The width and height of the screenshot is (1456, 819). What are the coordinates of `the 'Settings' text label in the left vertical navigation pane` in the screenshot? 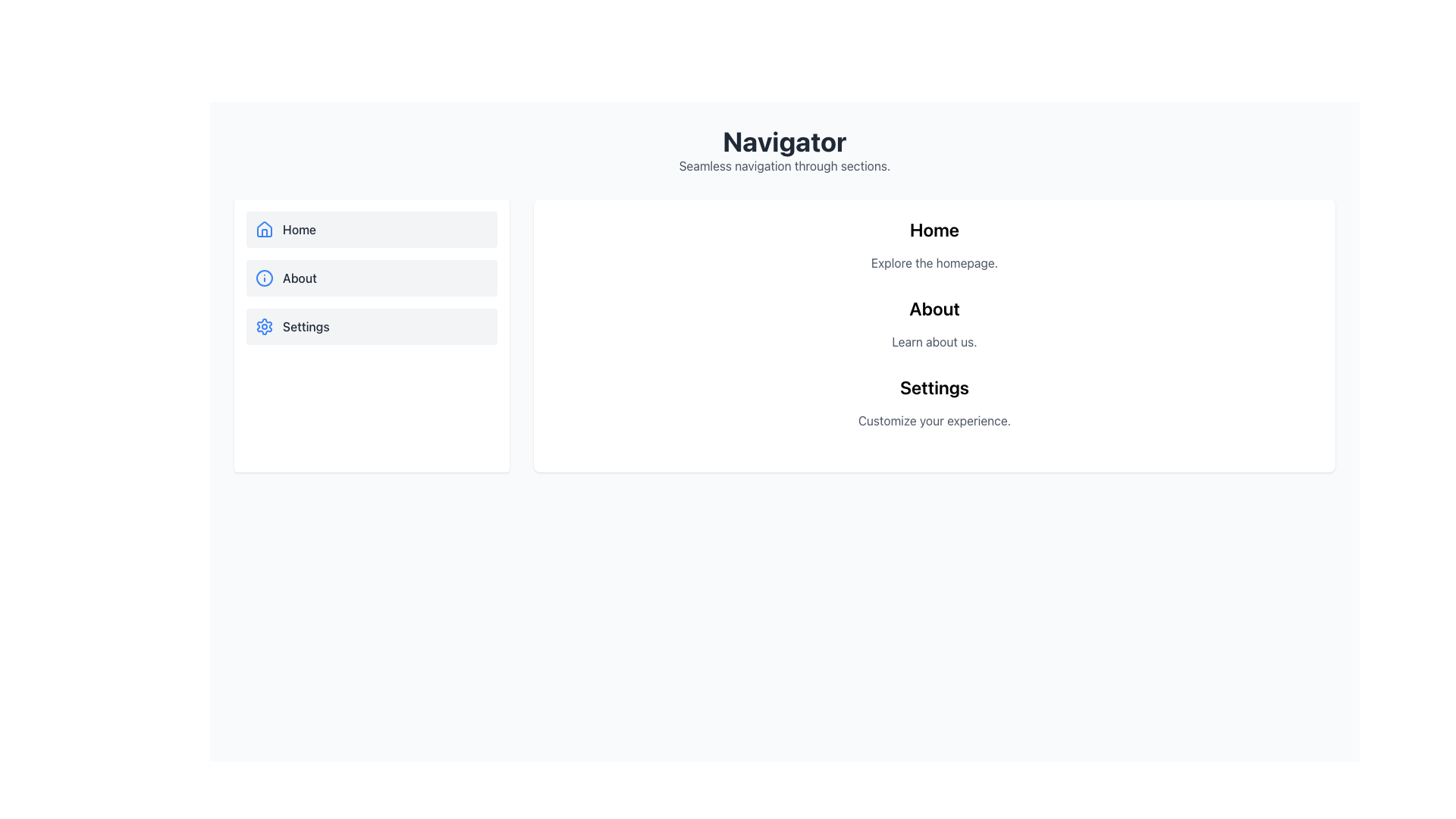 It's located at (305, 326).